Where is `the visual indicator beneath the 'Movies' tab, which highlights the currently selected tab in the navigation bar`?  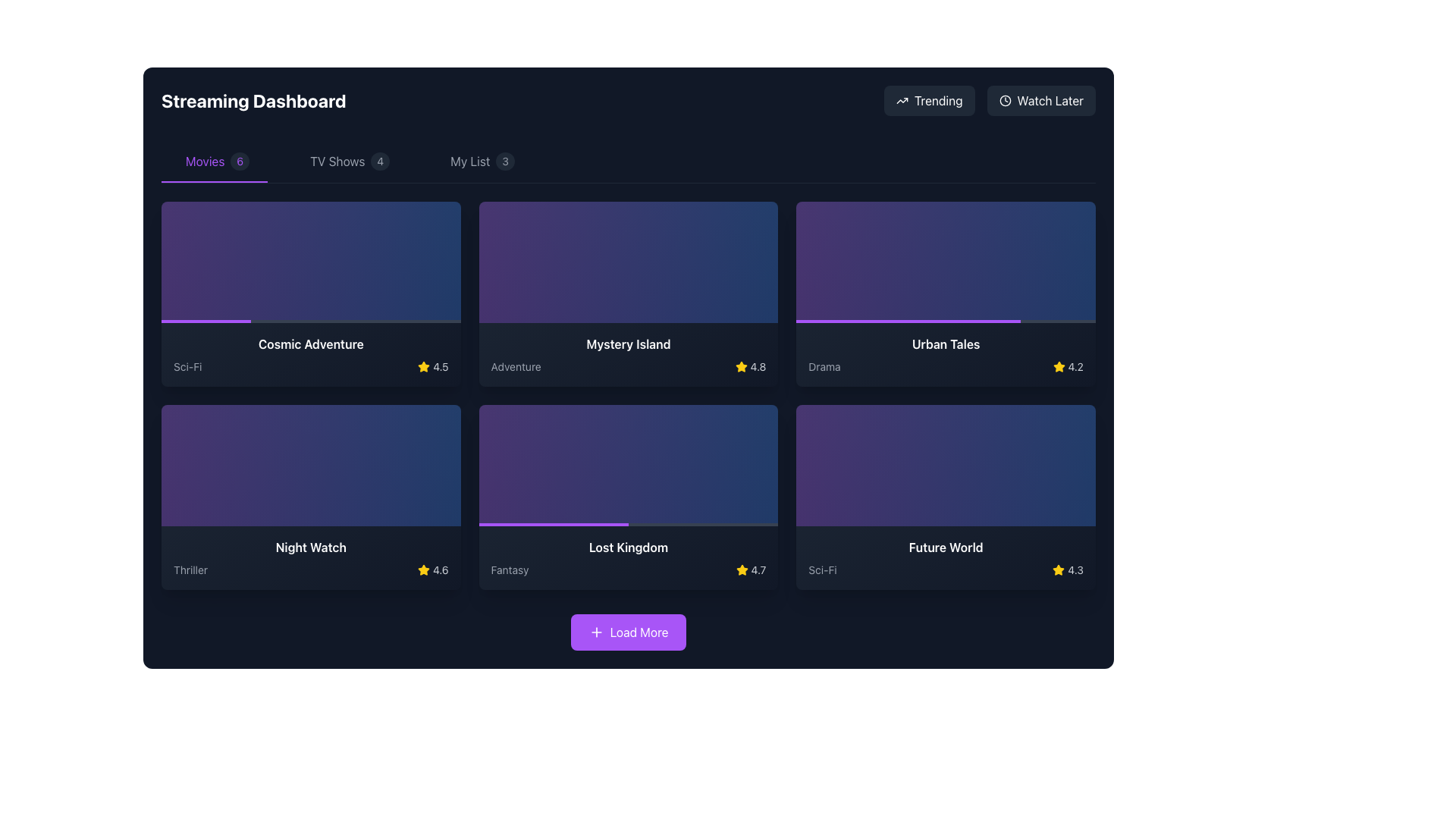 the visual indicator beneath the 'Movies' tab, which highlights the currently selected tab in the navigation bar is located at coordinates (214, 180).